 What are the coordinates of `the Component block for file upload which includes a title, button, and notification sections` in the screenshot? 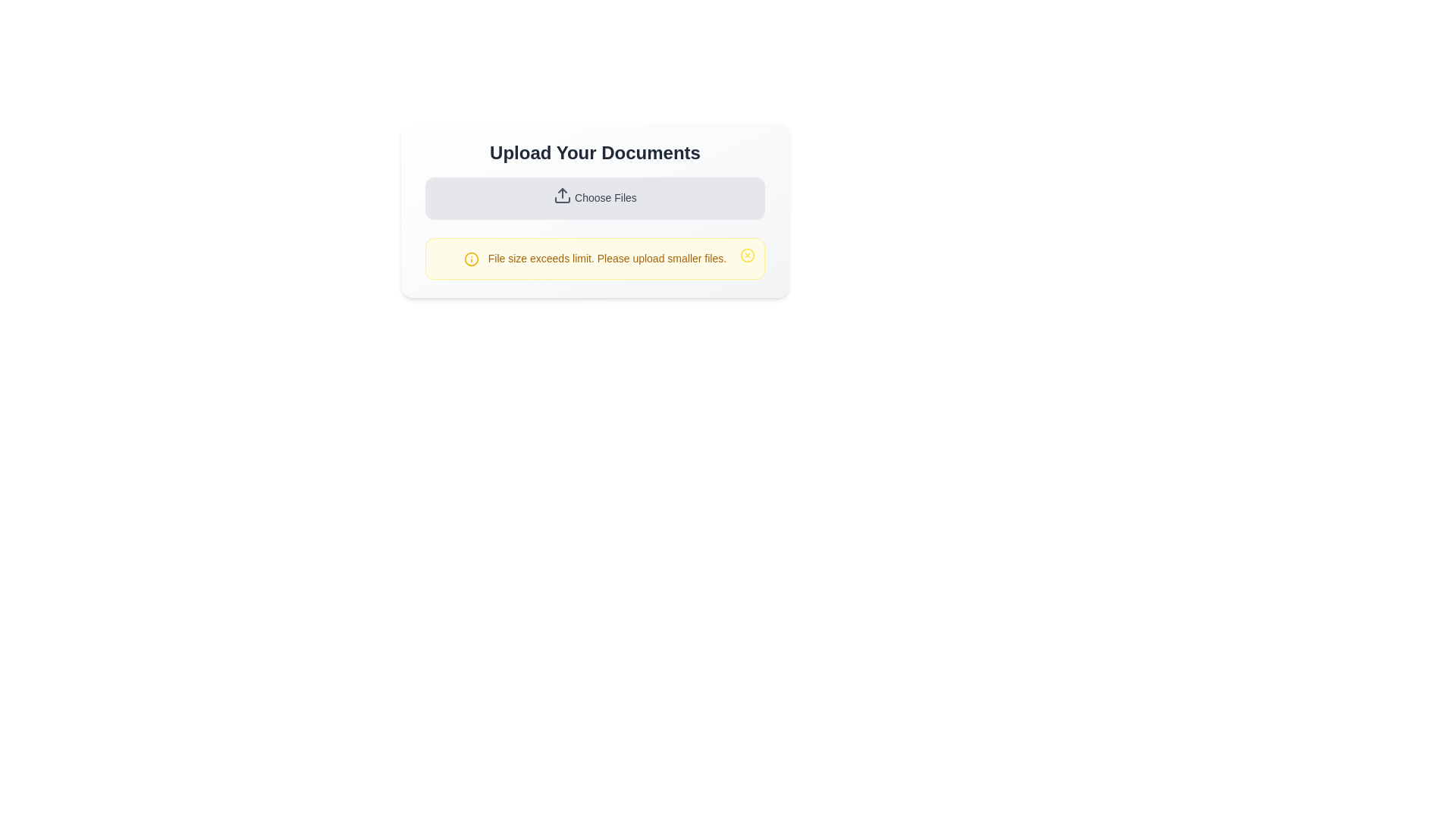 It's located at (595, 210).